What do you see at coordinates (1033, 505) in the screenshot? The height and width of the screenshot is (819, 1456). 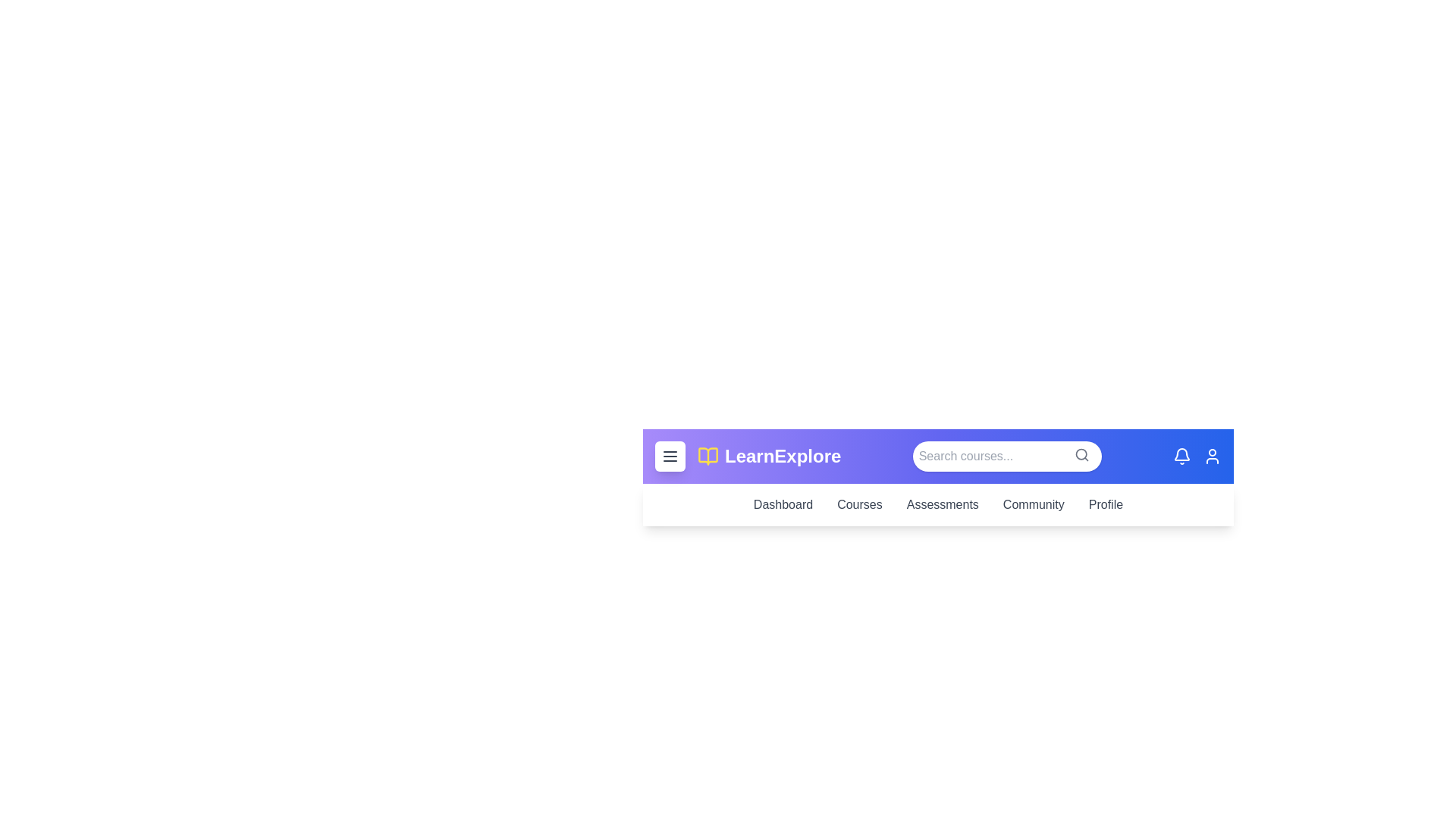 I see `the navigation link 'Community' to observe its hover effect` at bounding box center [1033, 505].